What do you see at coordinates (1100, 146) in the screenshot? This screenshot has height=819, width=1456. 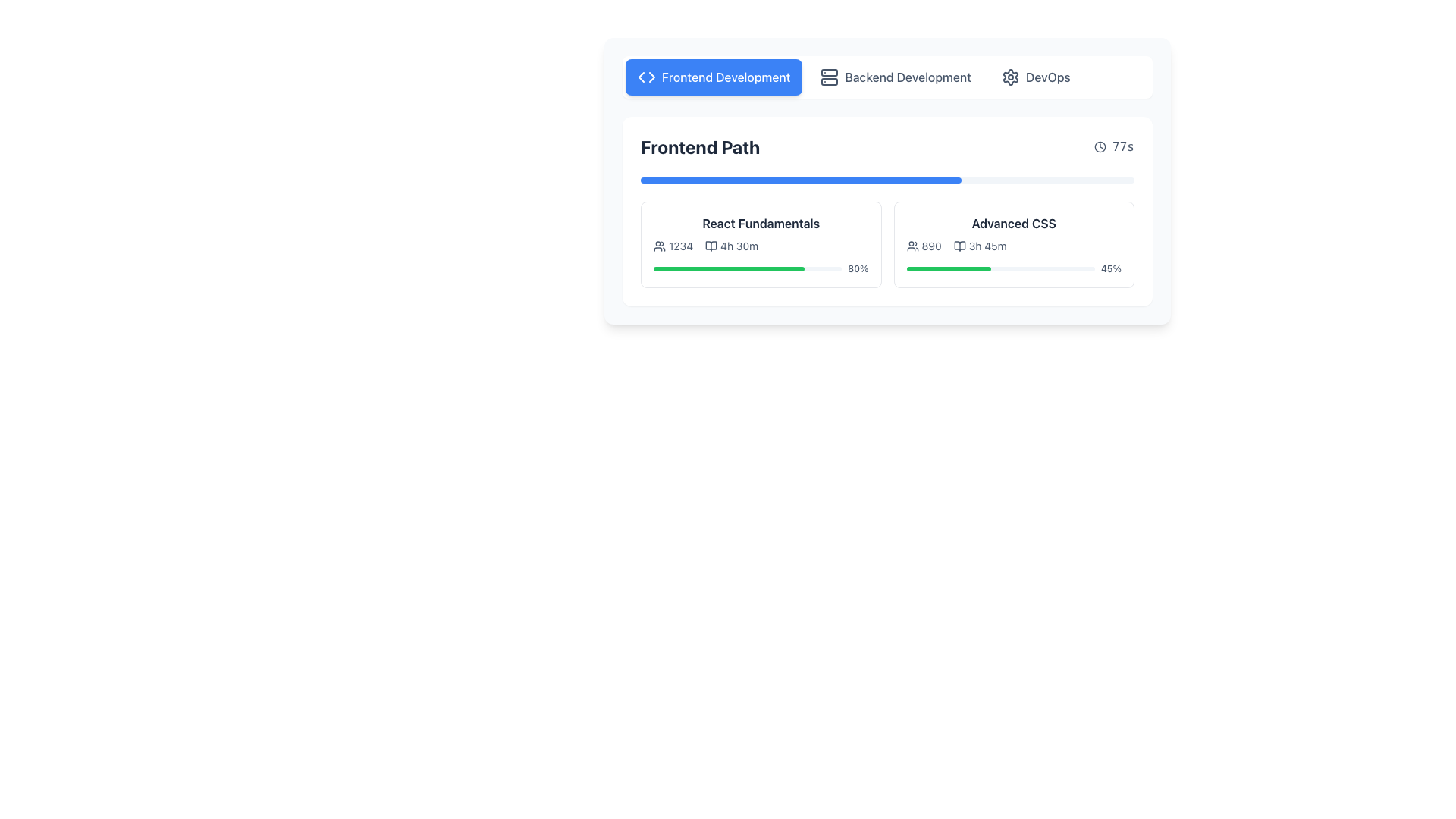 I see `the small, circular clock icon with a minimalist design located next to the text '48s', which is positioned on the right side of the interface above two progress indicators` at bounding box center [1100, 146].